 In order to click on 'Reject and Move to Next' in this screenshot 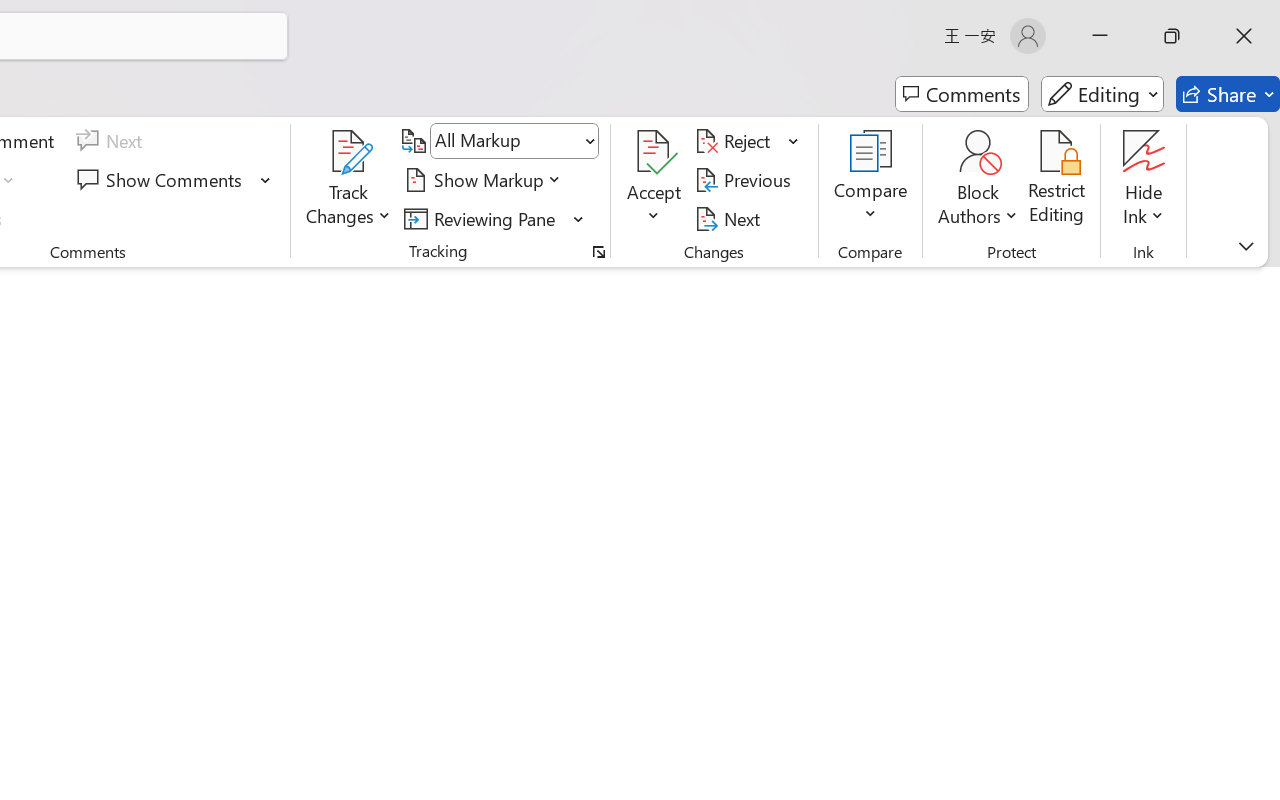, I will do `click(735, 141)`.